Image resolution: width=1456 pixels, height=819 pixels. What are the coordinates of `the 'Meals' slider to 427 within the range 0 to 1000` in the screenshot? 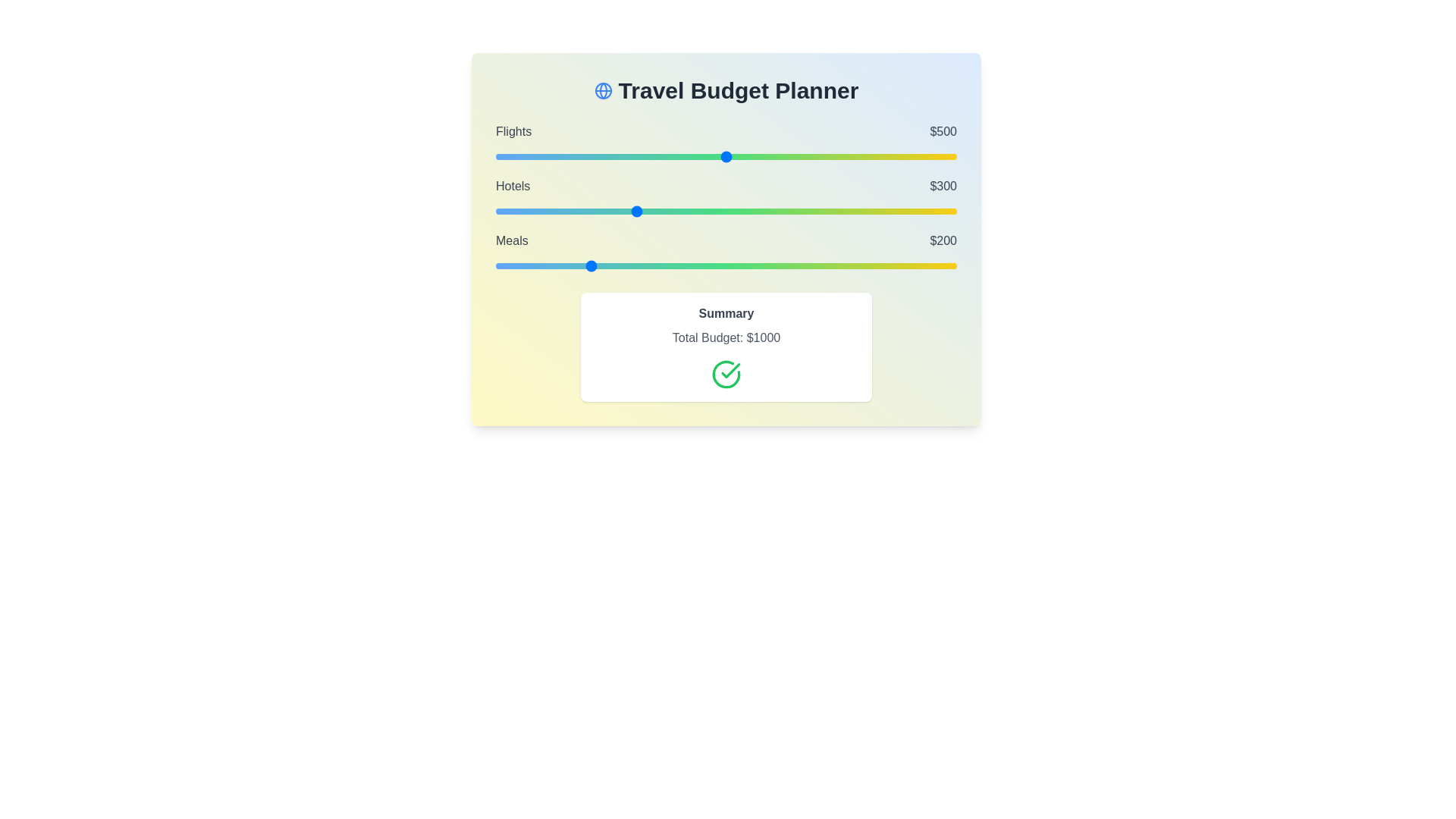 It's located at (692, 265).